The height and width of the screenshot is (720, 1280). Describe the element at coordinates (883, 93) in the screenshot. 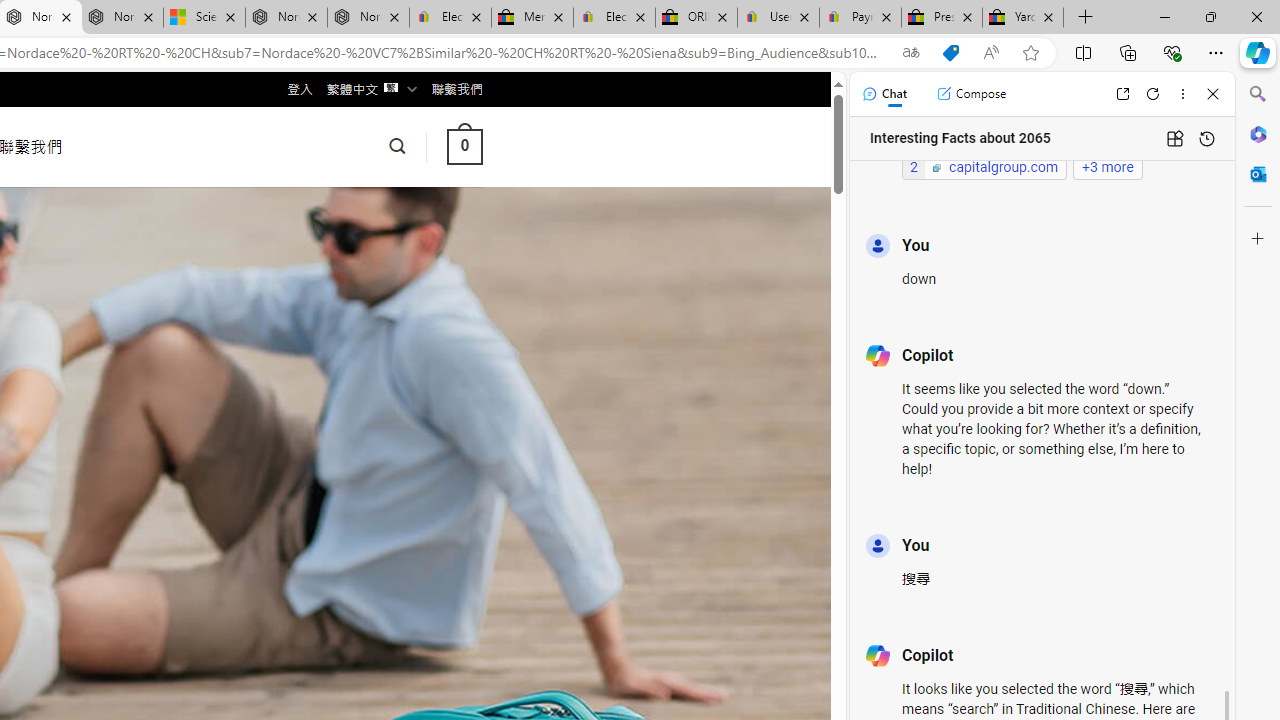

I see `'Chat'` at that location.